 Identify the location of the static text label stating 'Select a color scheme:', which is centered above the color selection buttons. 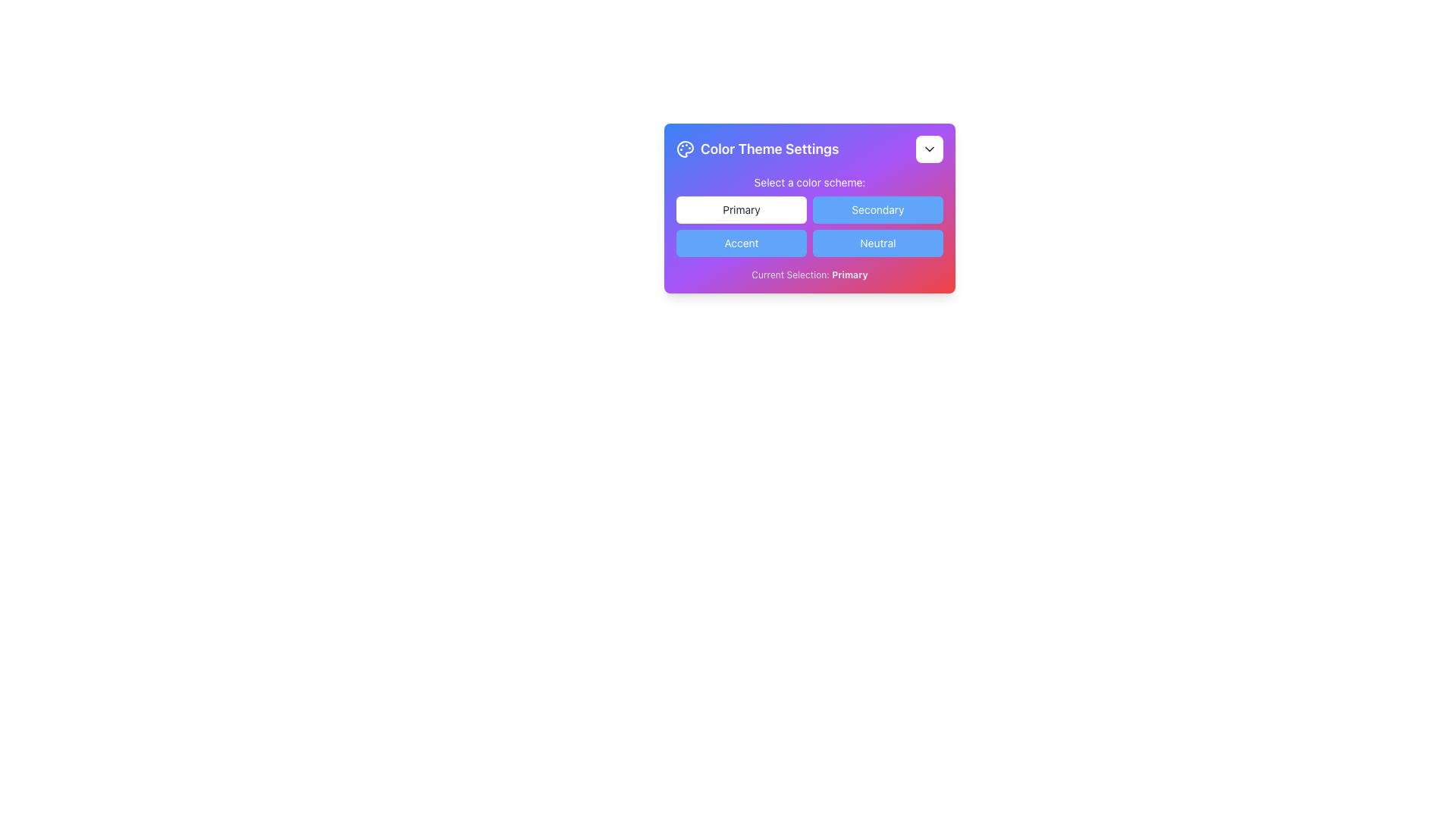
(809, 181).